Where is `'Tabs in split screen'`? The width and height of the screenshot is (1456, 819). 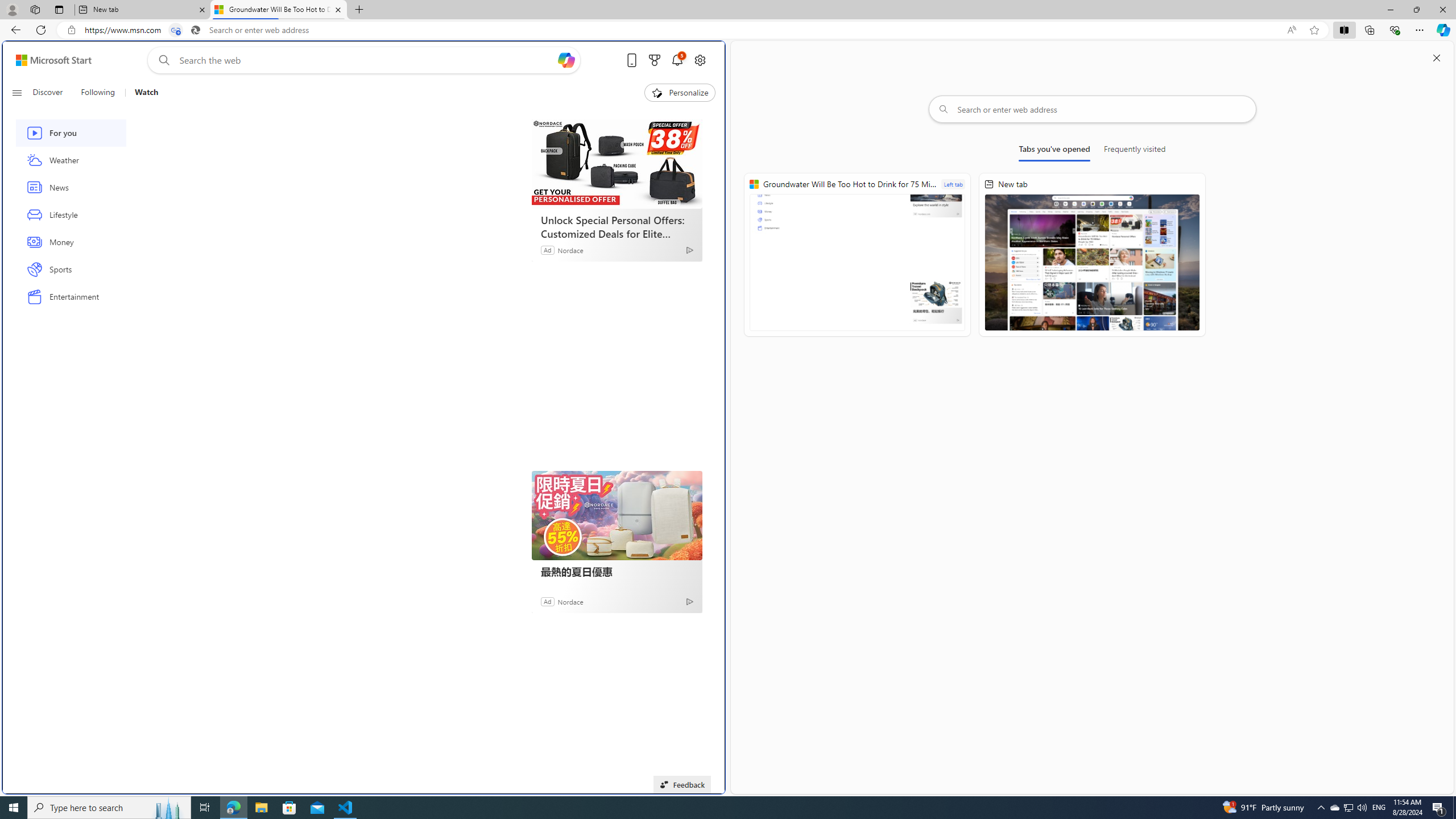
'Tabs in split screen' is located at coordinates (176, 30).